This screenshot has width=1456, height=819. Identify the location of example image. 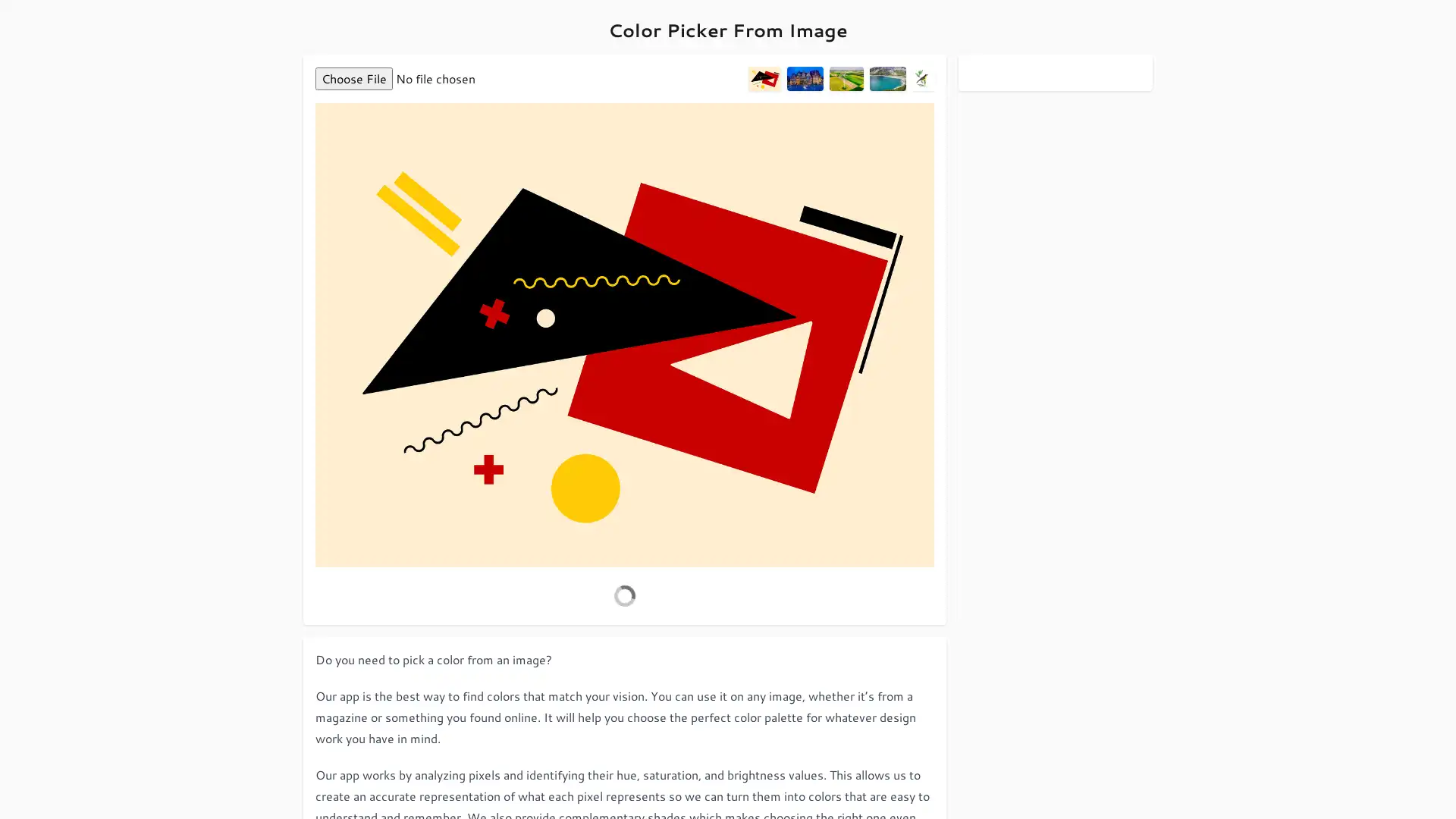
(922, 79).